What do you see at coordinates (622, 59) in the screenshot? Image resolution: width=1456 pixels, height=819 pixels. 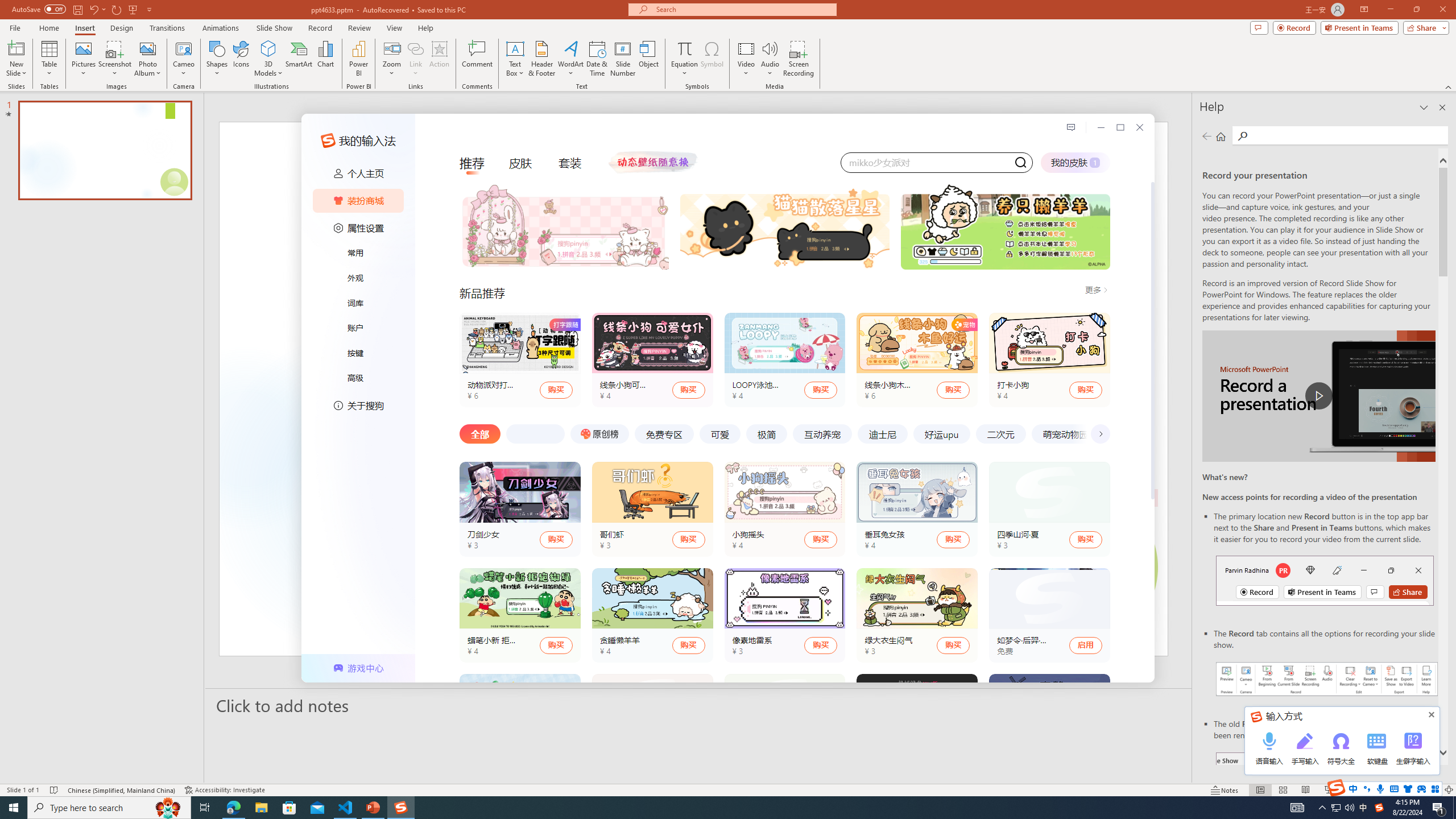 I see `'Slide Number'` at bounding box center [622, 59].